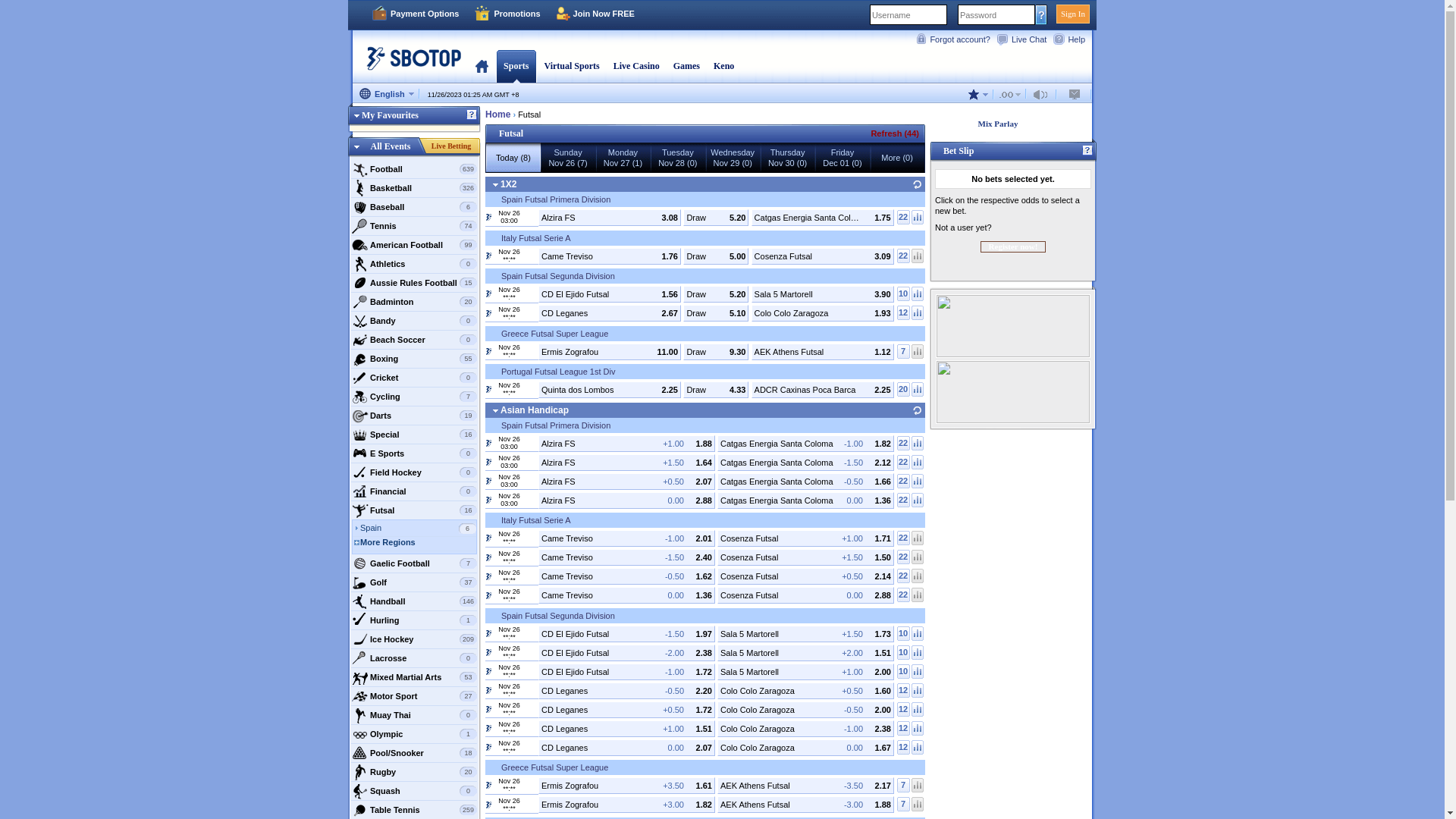 This screenshot has height=819, width=1456. What do you see at coordinates (626, 461) in the screenshot?
I see `'1.64` at bounding box center [626, 461].